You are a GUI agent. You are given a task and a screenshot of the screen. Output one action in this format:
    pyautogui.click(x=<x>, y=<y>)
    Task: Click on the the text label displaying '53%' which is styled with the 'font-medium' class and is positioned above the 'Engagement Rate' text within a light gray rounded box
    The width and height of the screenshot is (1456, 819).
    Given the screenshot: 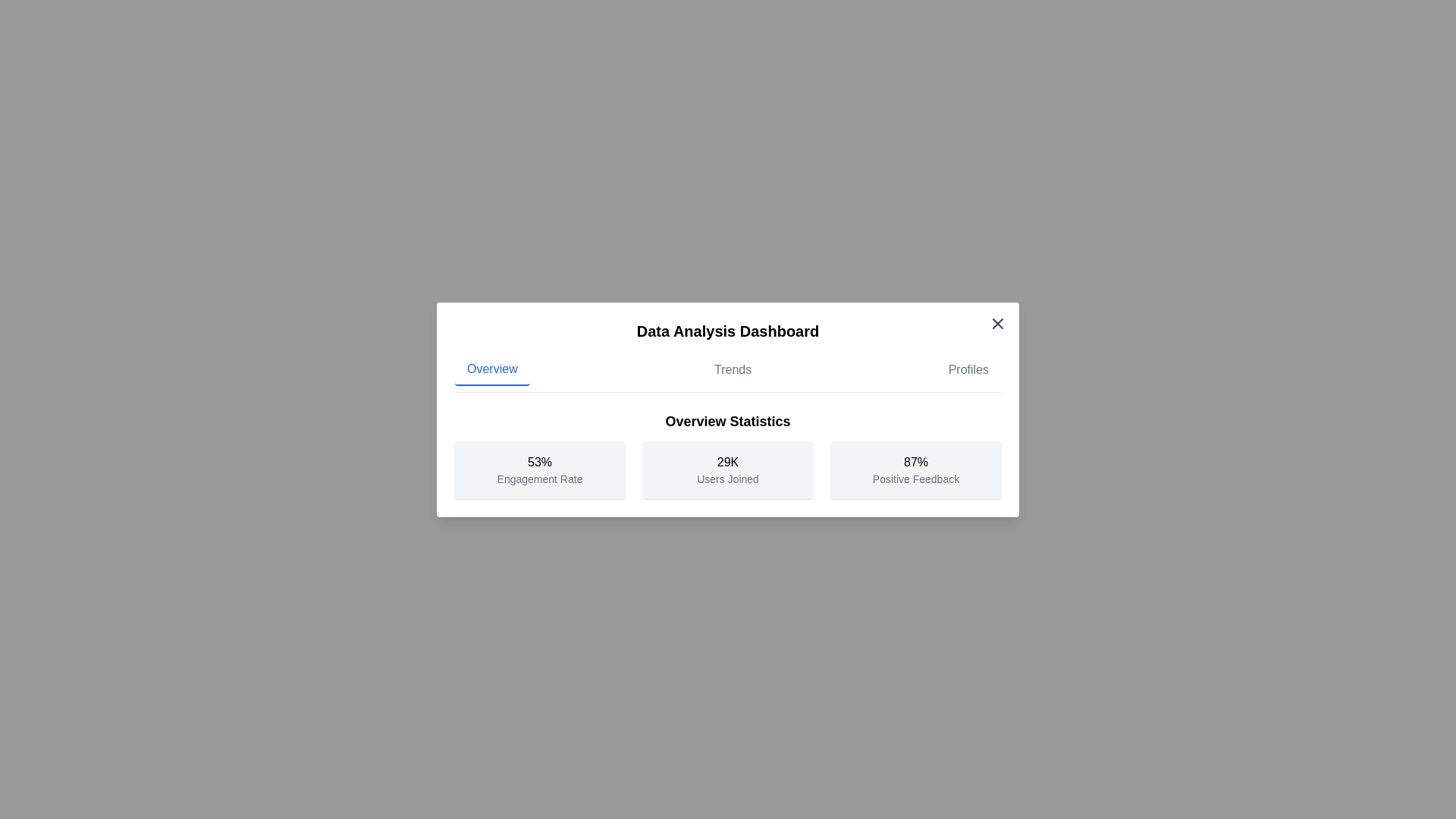 What is the action you would take?
    pyautogui.click(x=539, y=461)
    